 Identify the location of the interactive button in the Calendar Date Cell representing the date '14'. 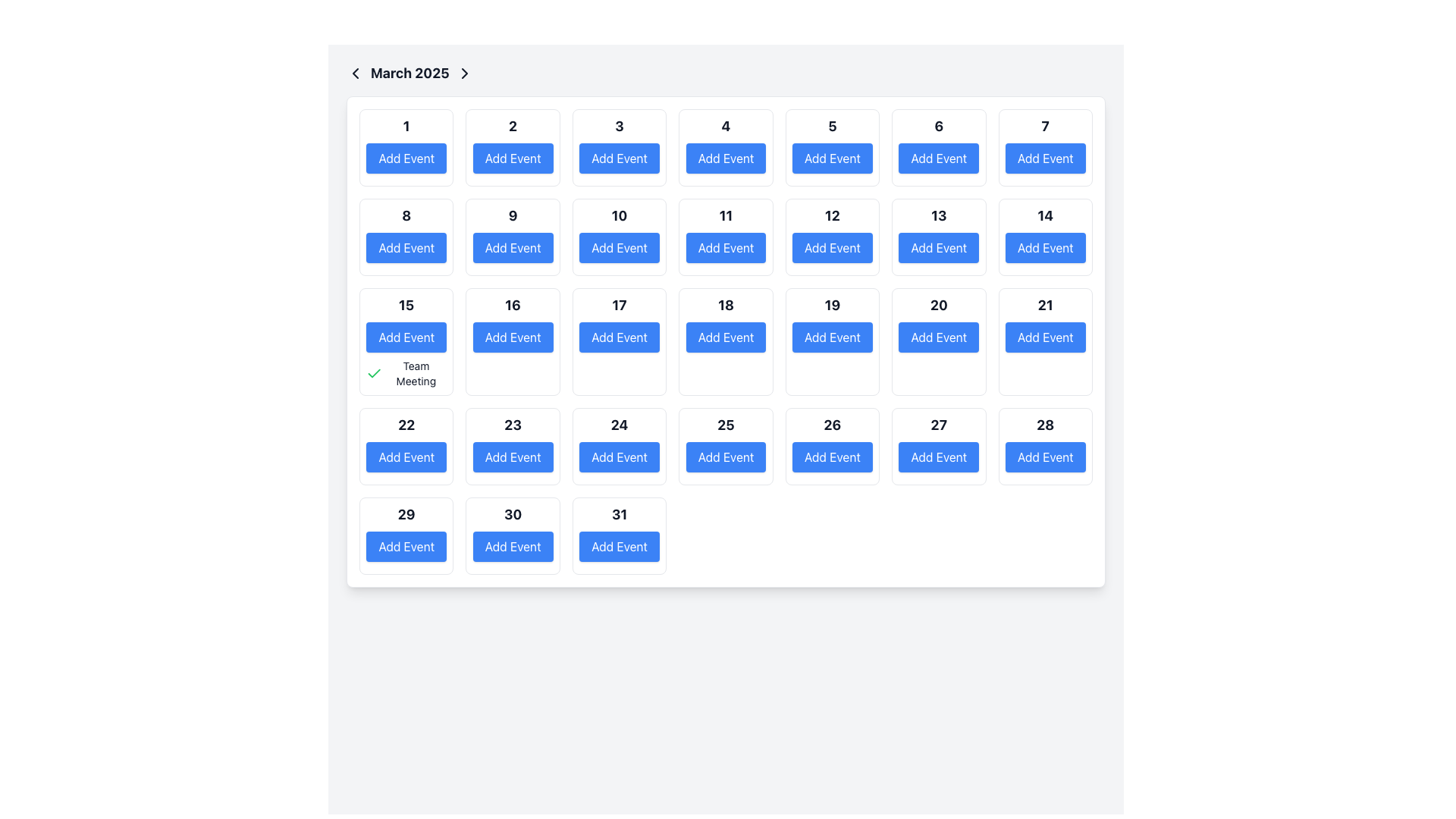
(1044, 237).